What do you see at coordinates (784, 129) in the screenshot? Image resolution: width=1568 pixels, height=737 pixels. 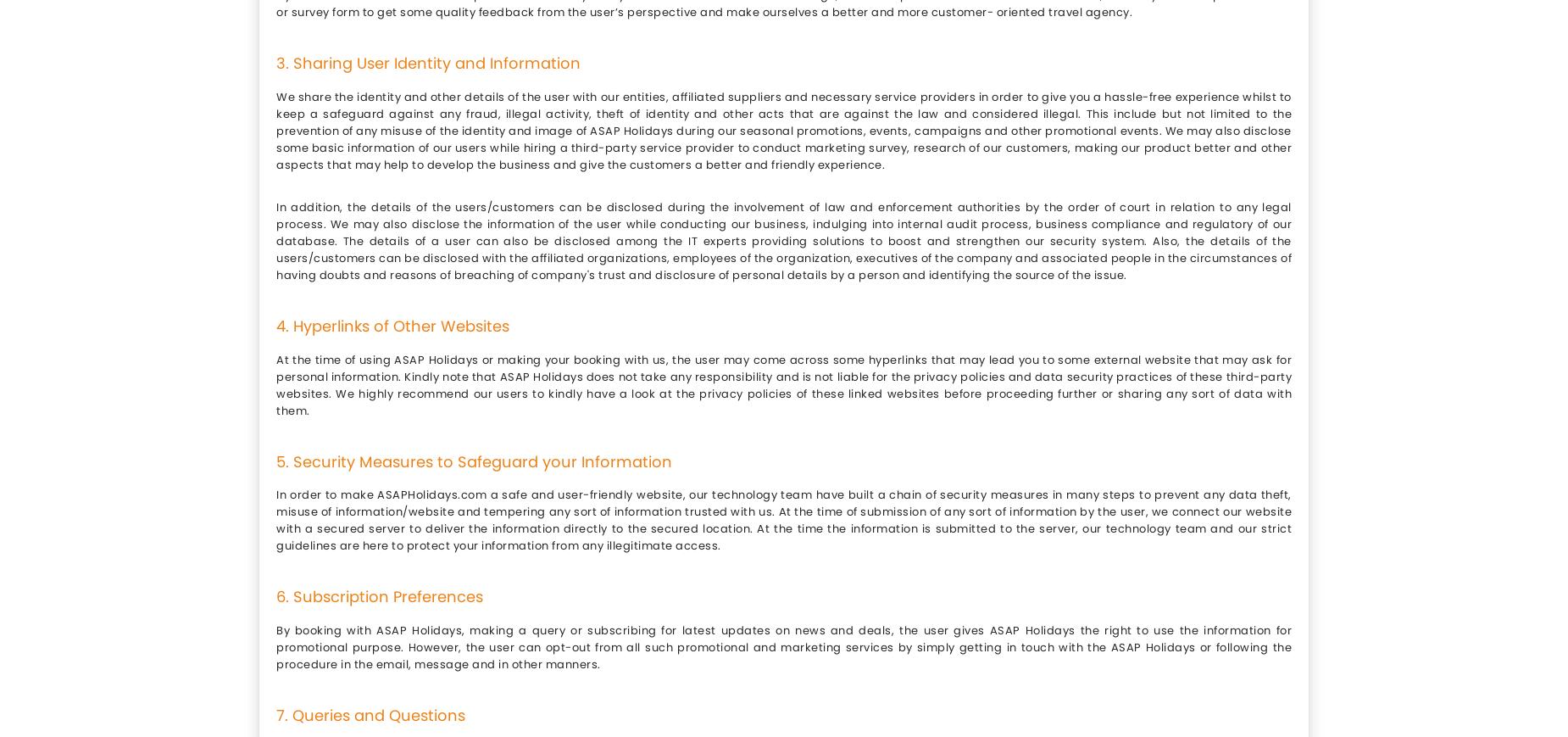 I see `'We share the identity and other details of the user with our entities, affiliated suppliers and necessary service providers in order to give you a hassle-free experience whilst to keep a safeguard against any fraud, illegal activity, theft of identity and other acts that are against the law and considered illegal. This include but not limited to the prevention of any misuse of the identity and image of ASAP Holidays during our seasonal promotions, events, campaigns and other promotional events. We may also disclose some basic information of our users while hiring a third-party service provider to conduct marketing survey, research of our customers, making our product better and other aspects that may help to develop the business and give the customers a better and friendly experience.'` at bounding box center [784, 129].